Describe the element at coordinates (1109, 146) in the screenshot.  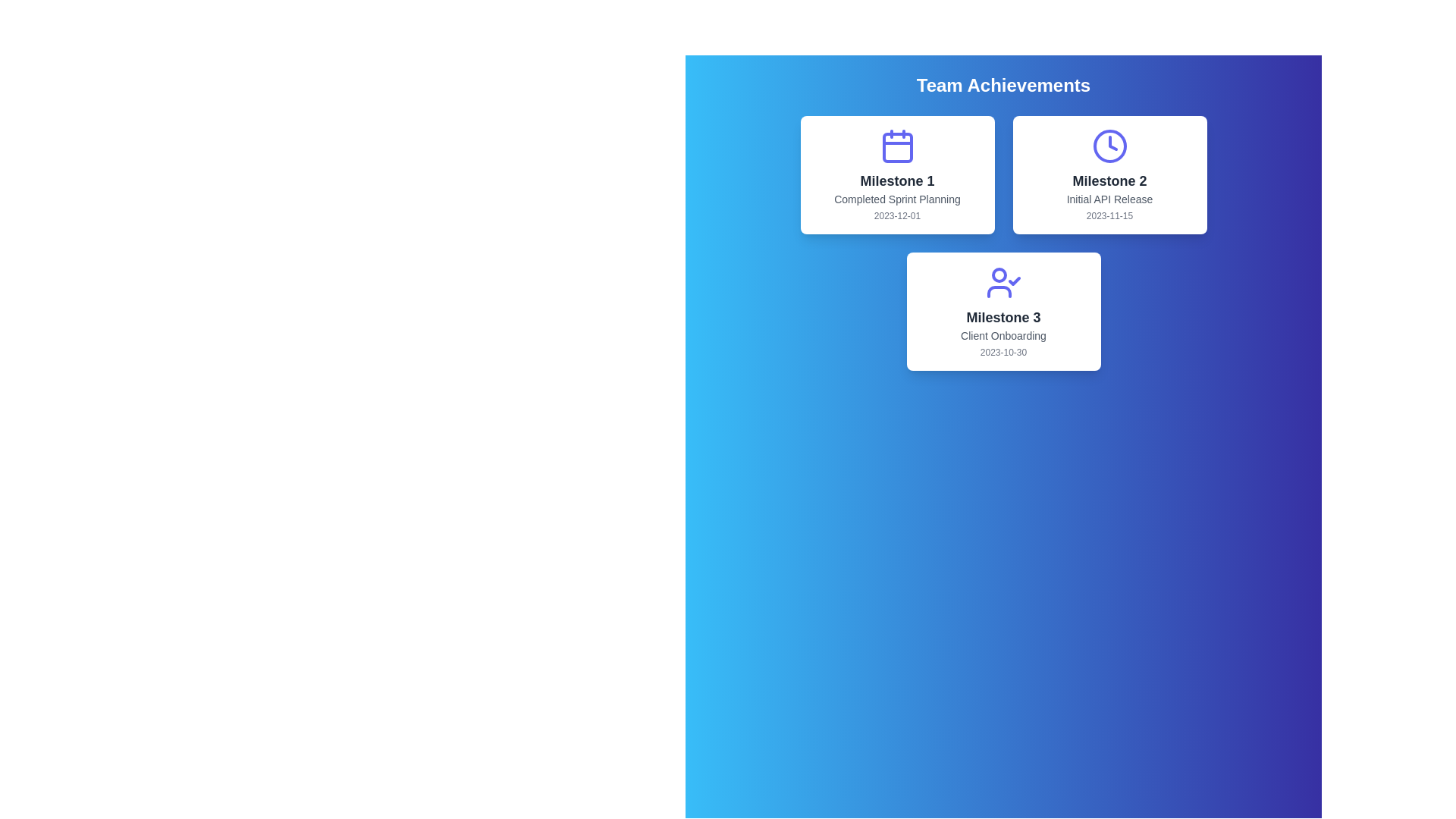
I see `the SVG circle element representing the clock icon associated with the 'Milestone 2' entry` at that location.